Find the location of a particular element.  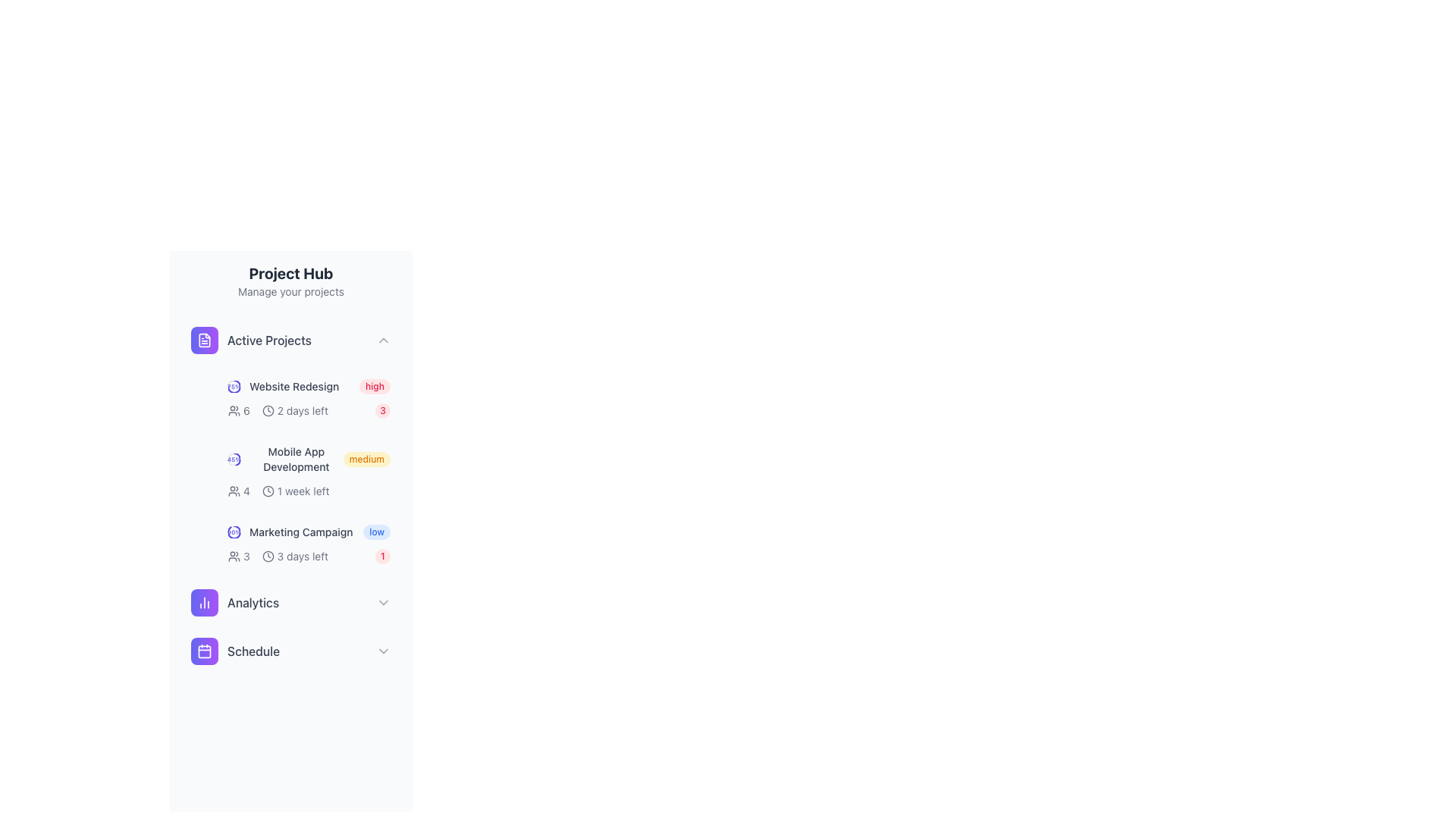

the icon with a gradient background transitioning from indigo to purple, which contains a white document icon, located near the top-left corner of the 'Active Projects' section is located at coordinates (203, 339).